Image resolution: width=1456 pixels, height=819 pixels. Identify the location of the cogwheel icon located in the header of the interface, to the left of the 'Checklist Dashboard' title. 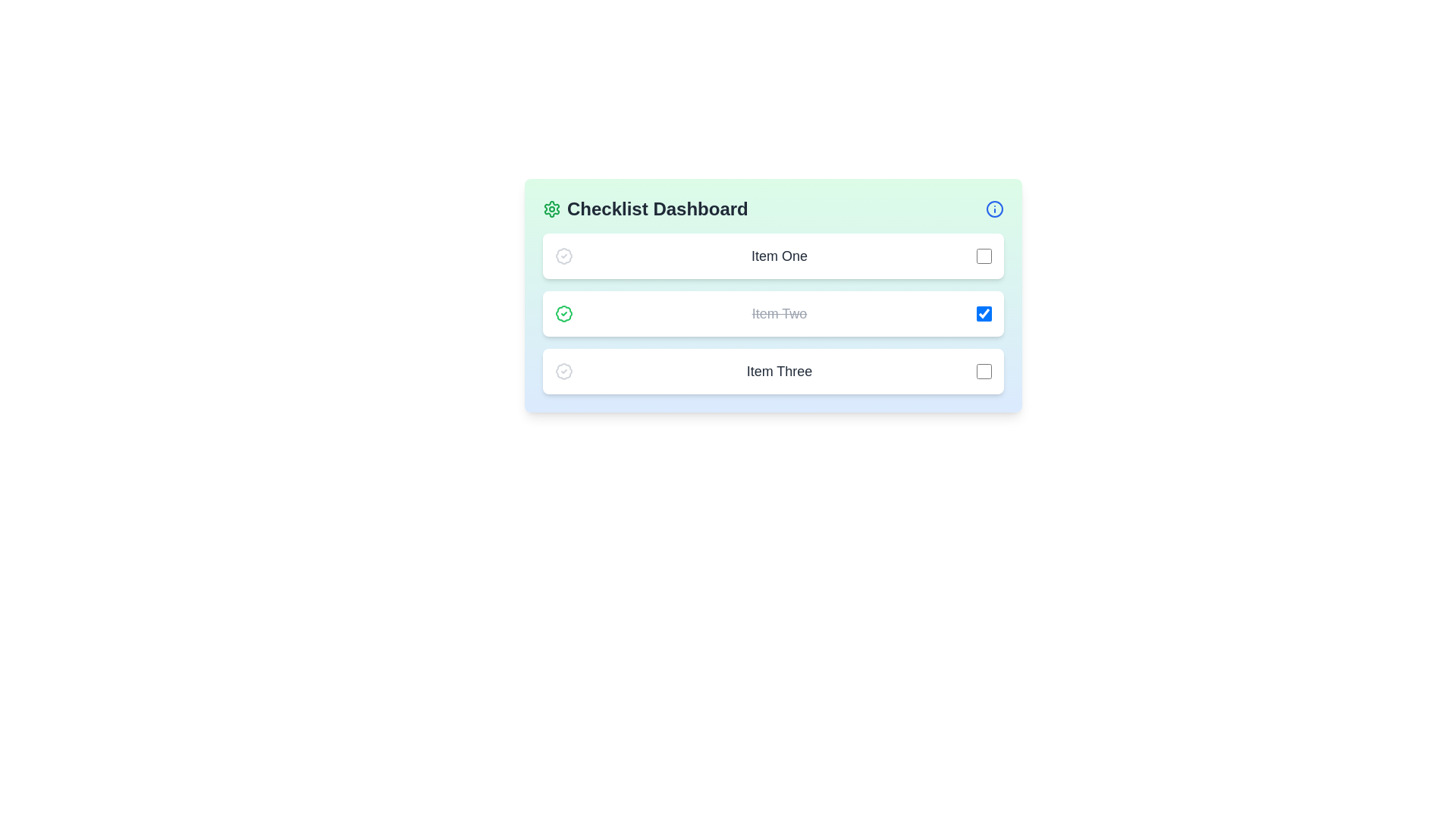
(551, 209).